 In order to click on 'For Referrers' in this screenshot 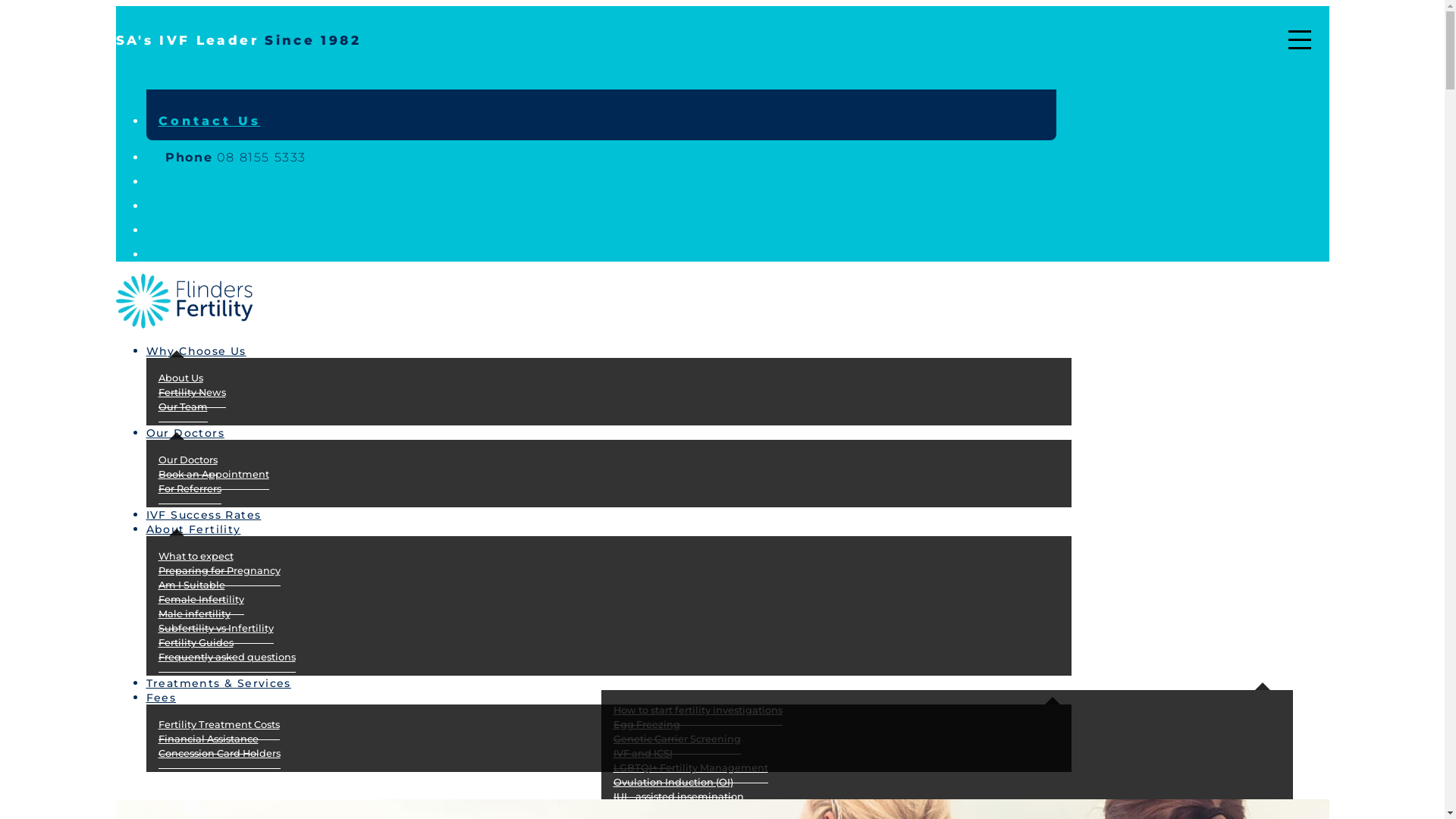, I will do `click(157, 488)`.